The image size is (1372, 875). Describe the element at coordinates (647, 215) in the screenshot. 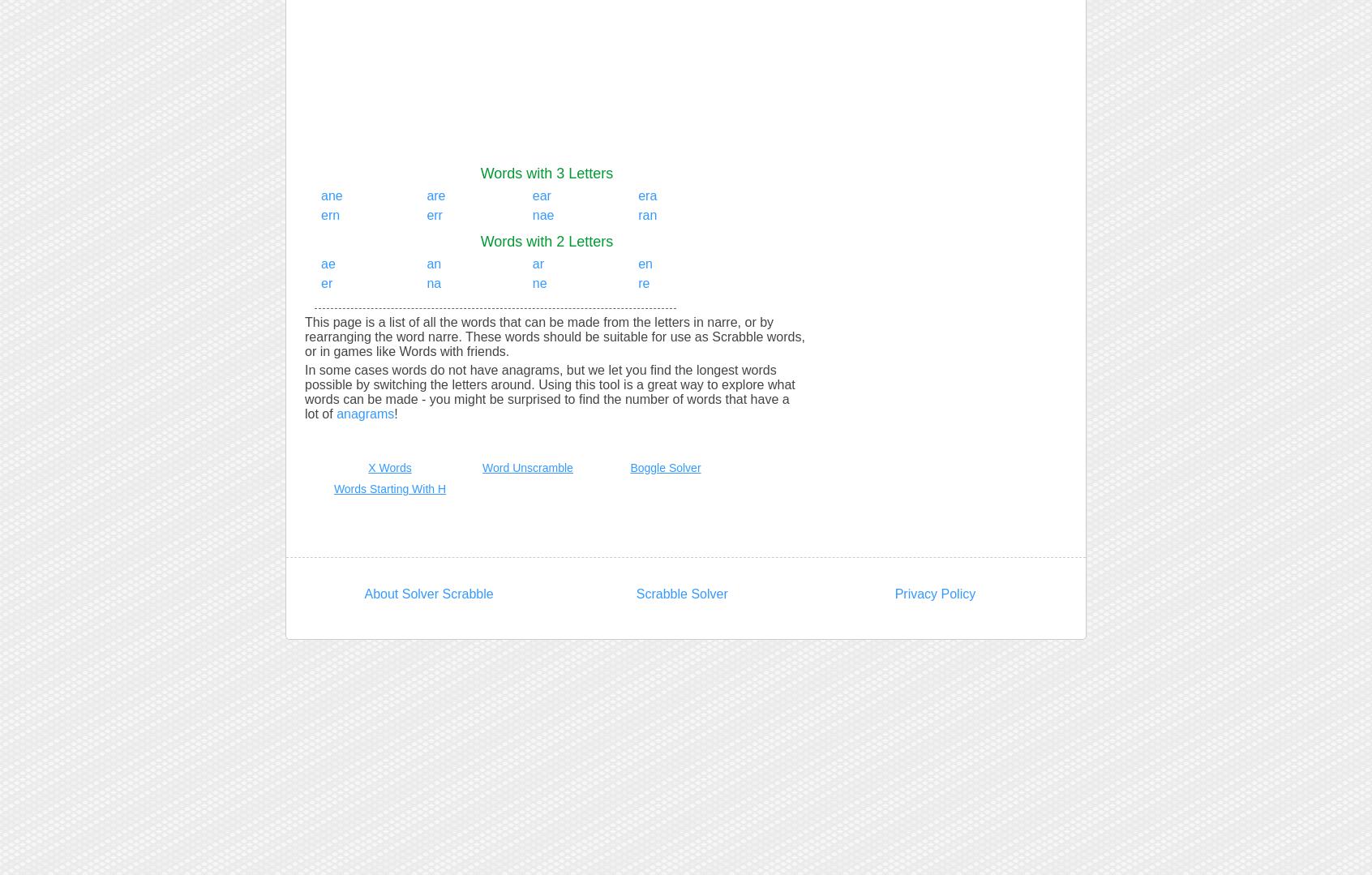

I see `'ran'` at that location.